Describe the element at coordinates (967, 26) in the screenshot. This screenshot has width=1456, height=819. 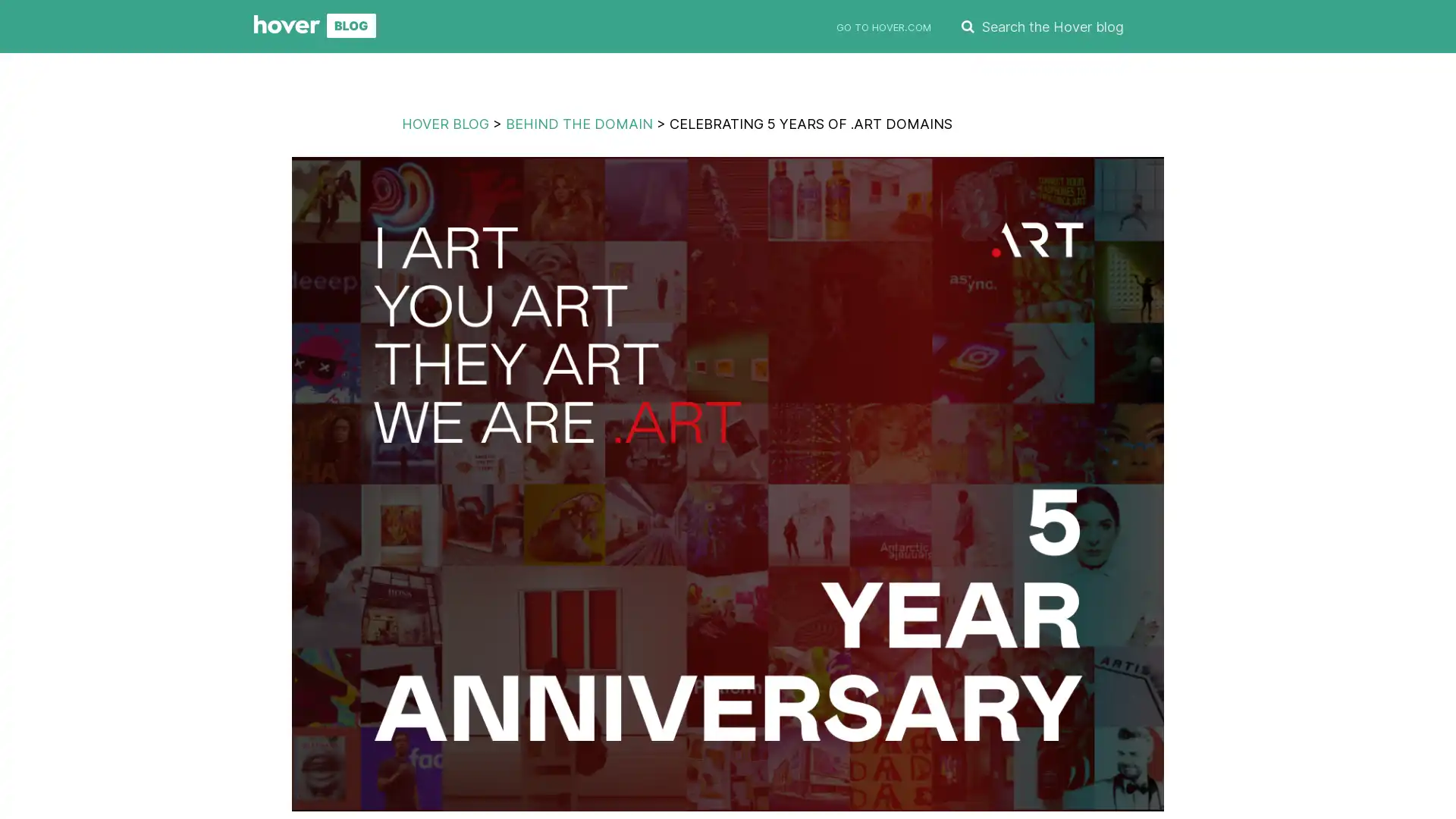
I see `SEARCH` at that location.